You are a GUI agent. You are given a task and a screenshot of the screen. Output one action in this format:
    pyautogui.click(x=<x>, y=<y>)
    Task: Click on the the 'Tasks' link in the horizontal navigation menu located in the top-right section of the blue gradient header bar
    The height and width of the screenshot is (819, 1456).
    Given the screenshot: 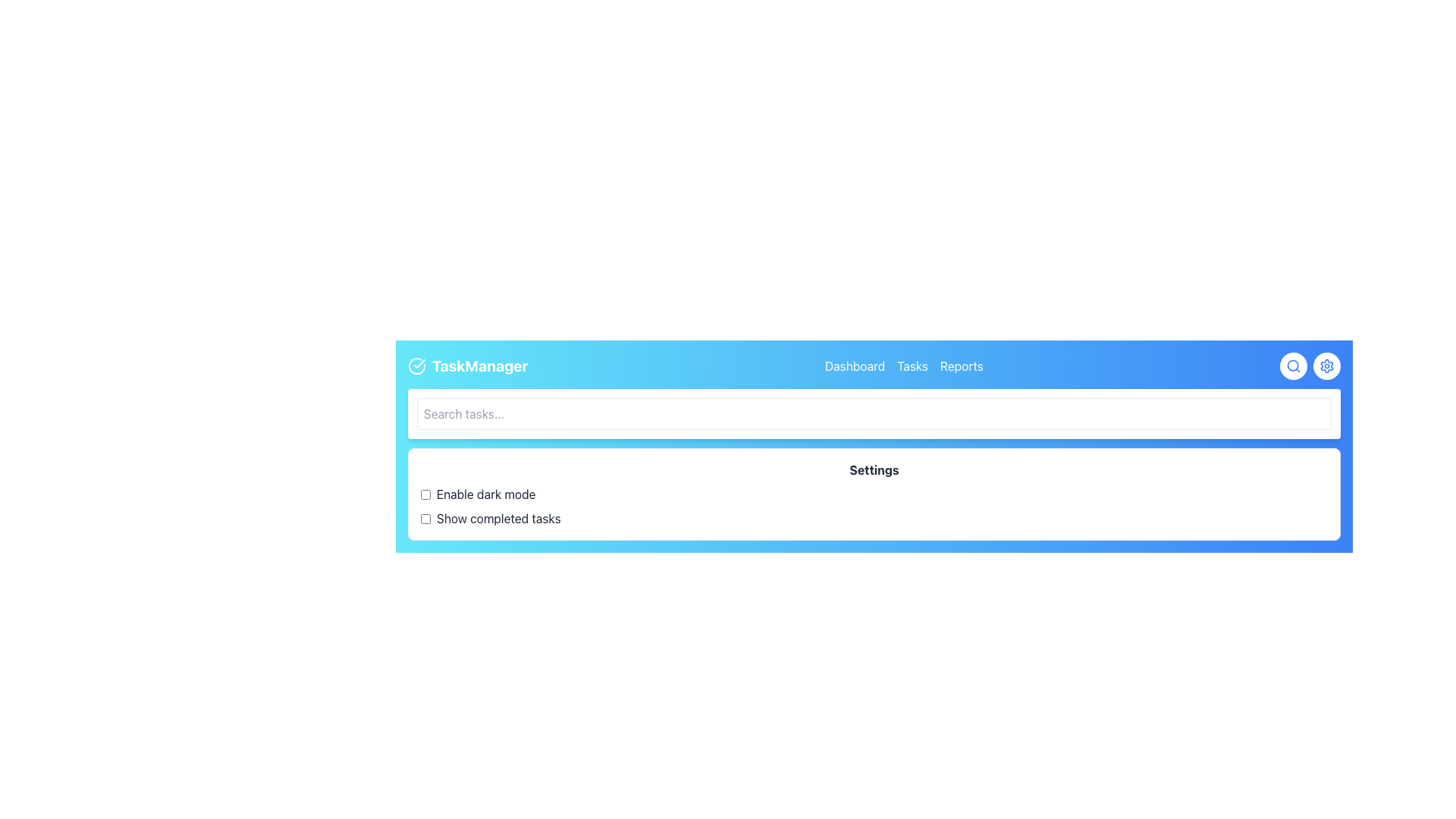 What is the action you would take?
    pyautogui.click(x=903, y=366)
    